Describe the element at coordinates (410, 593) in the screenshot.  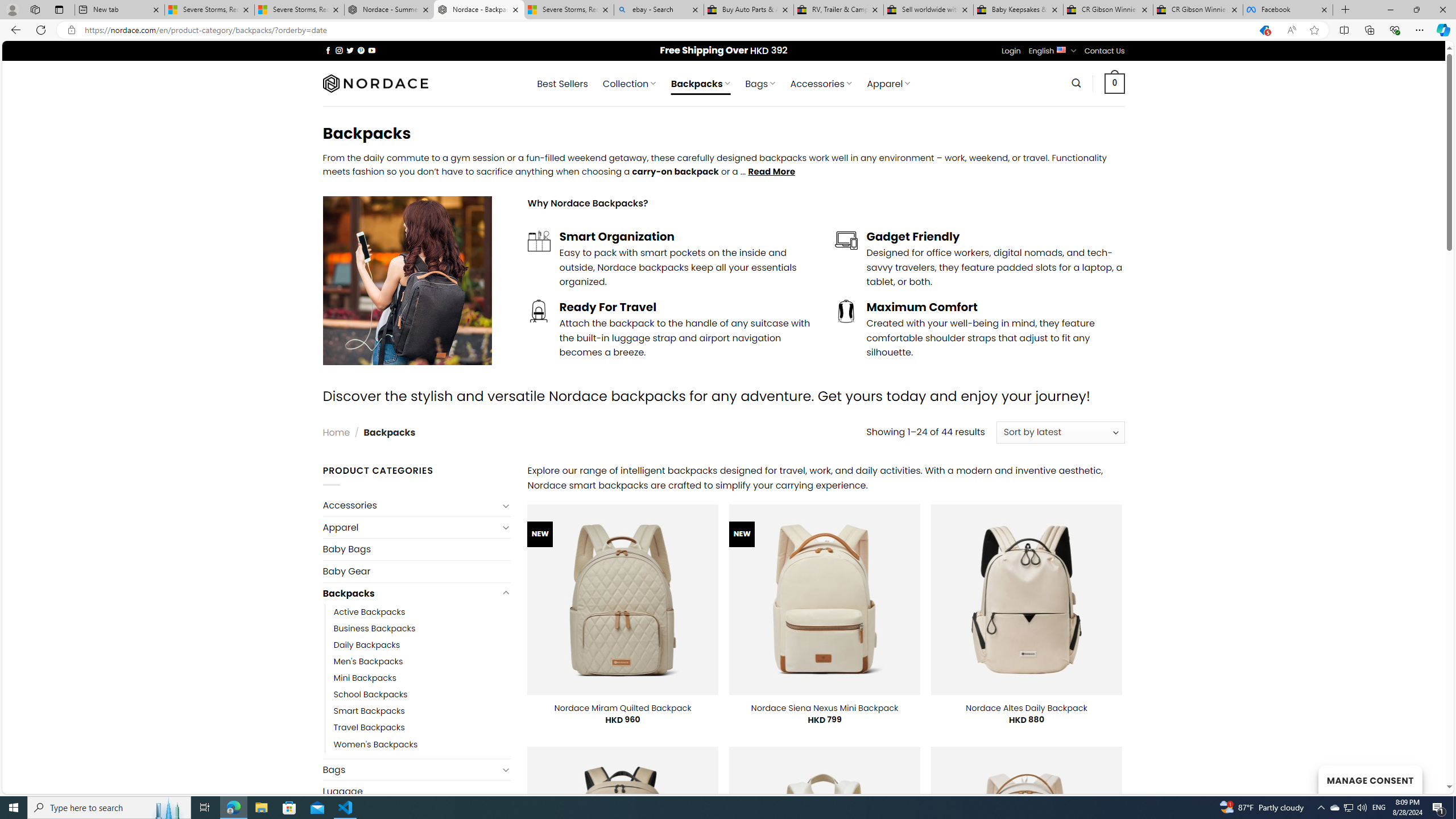
I see `'Backpacks'` at that location.